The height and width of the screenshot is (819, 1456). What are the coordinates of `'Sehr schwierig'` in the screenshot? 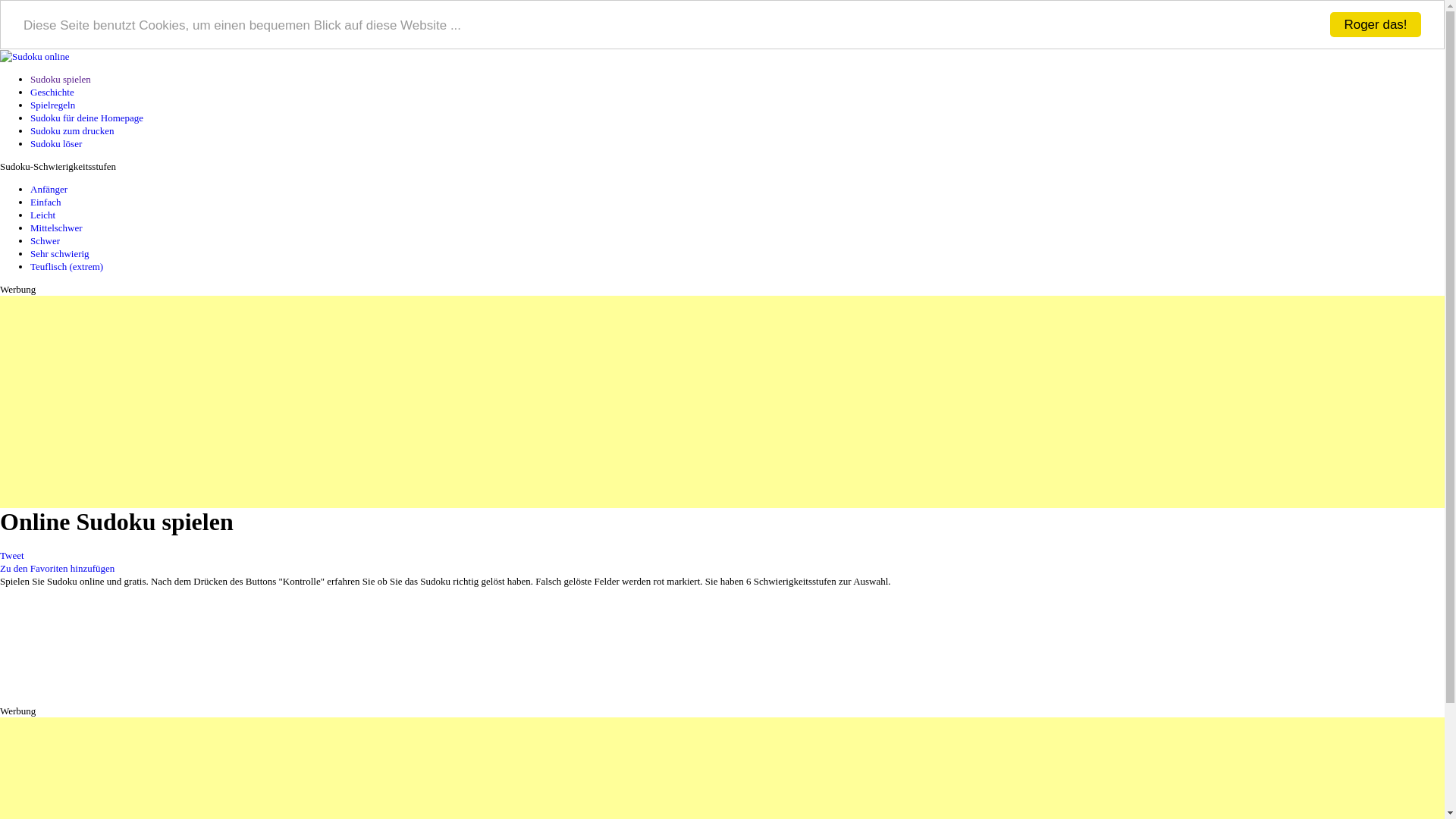 It's located at (59, 253).